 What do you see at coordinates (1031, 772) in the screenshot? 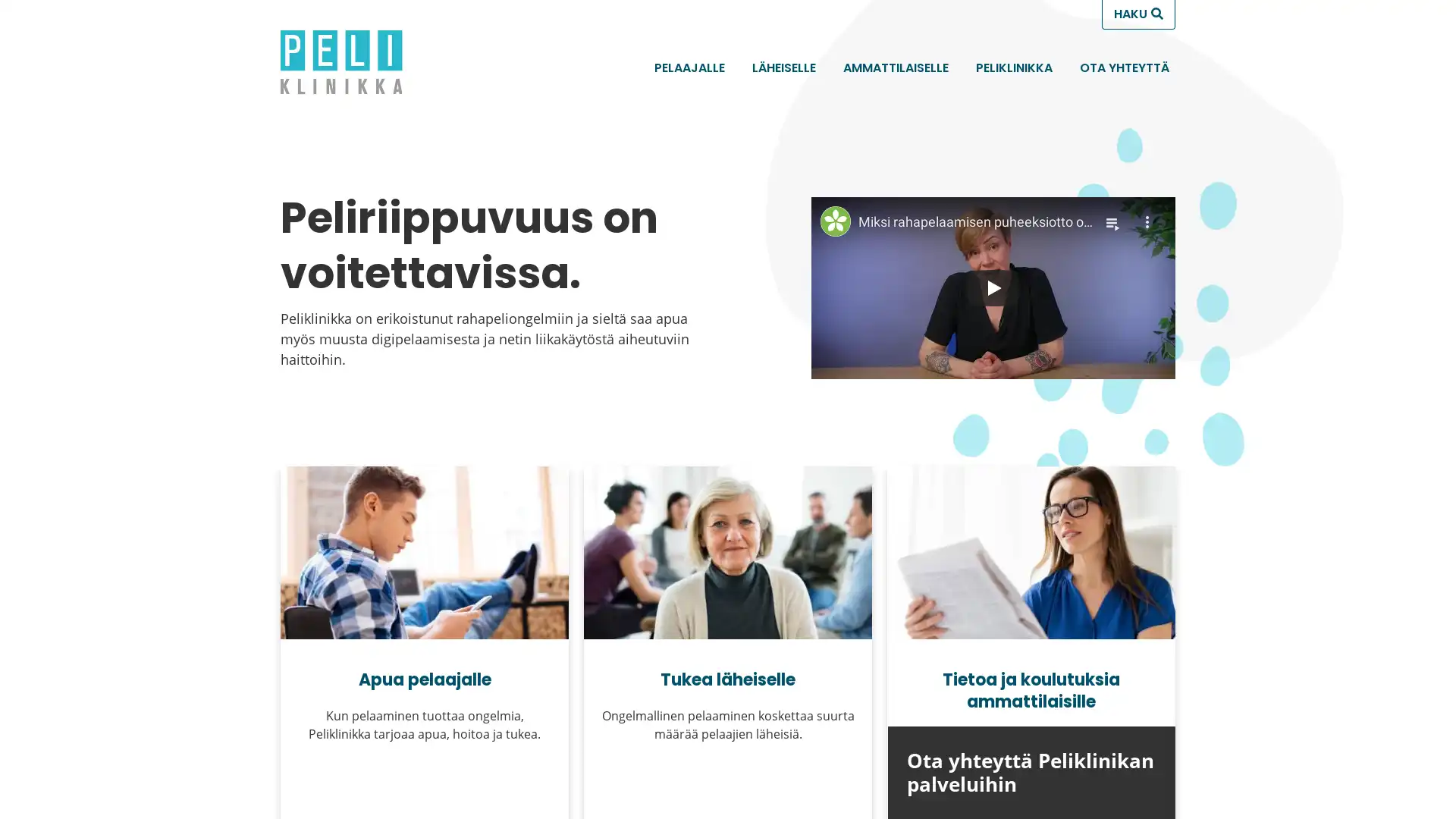
I see `Ota yhteytta Peliklinikan palveluihin` at bounding box center [1031, 772].